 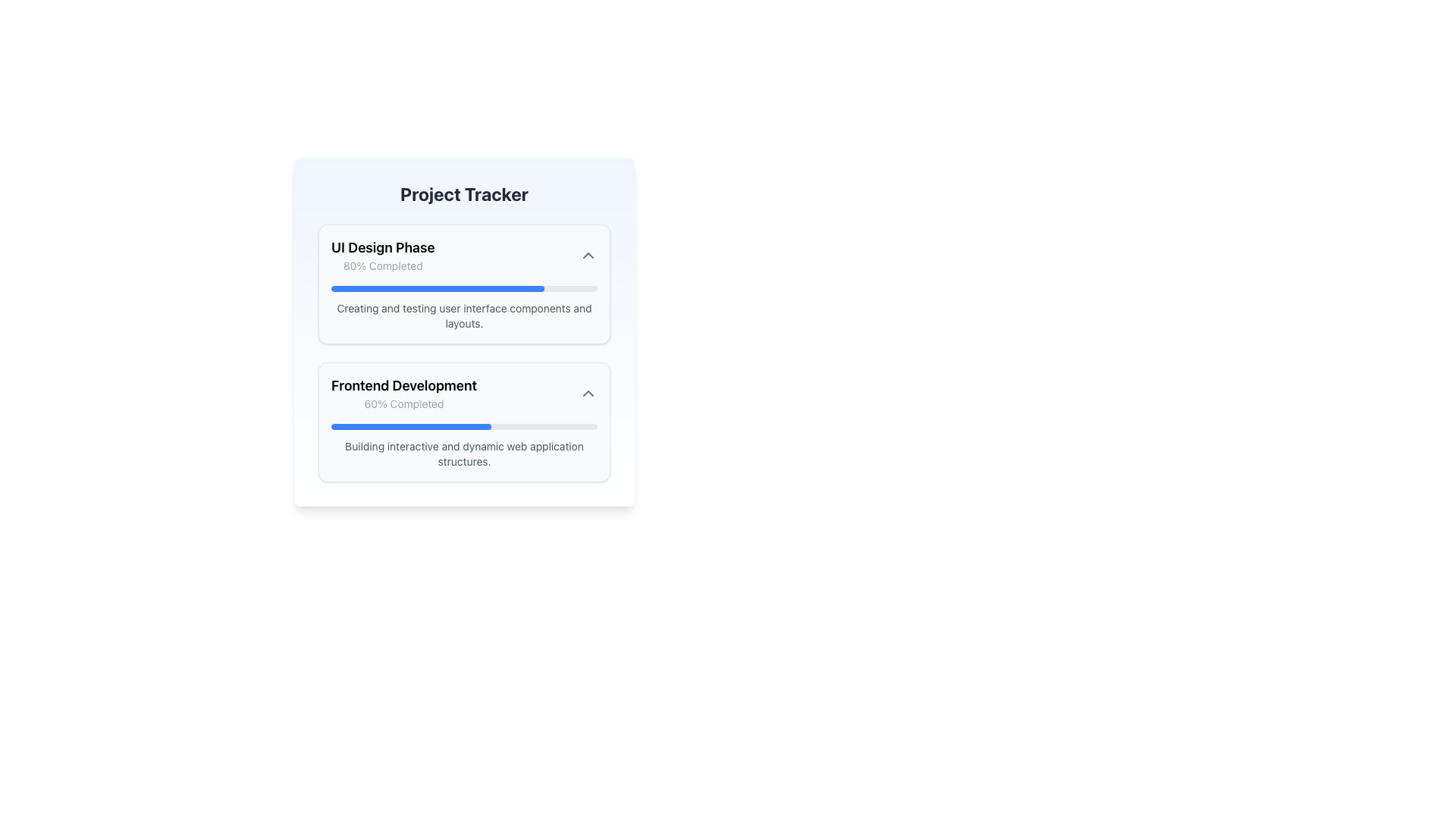 I want to click on text label displaying '80% Completed' which is located below the 'UI Design Phase' header within the progress information card, so click(x=383, y=265).